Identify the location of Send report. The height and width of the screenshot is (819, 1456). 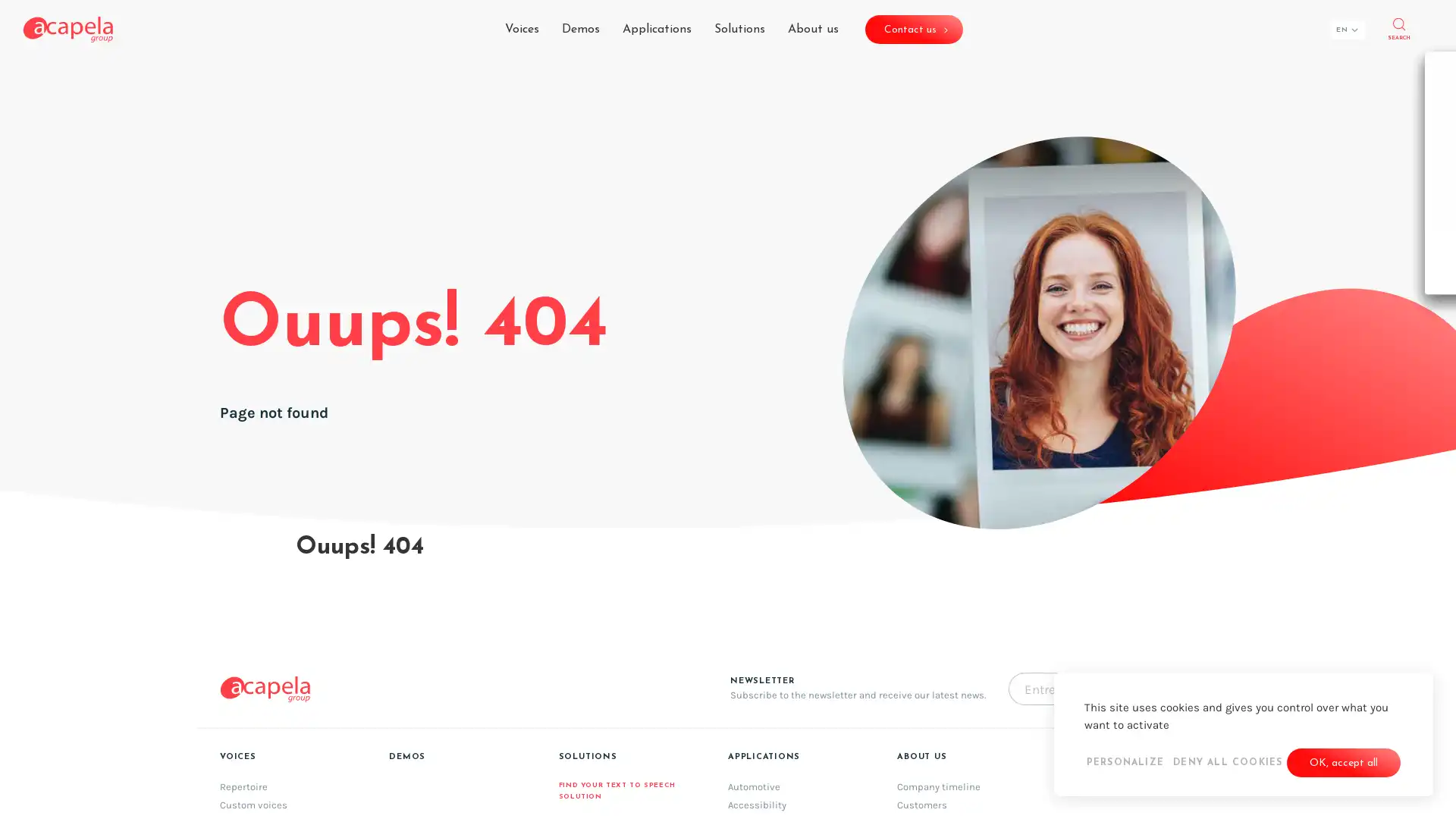
(912, 576).